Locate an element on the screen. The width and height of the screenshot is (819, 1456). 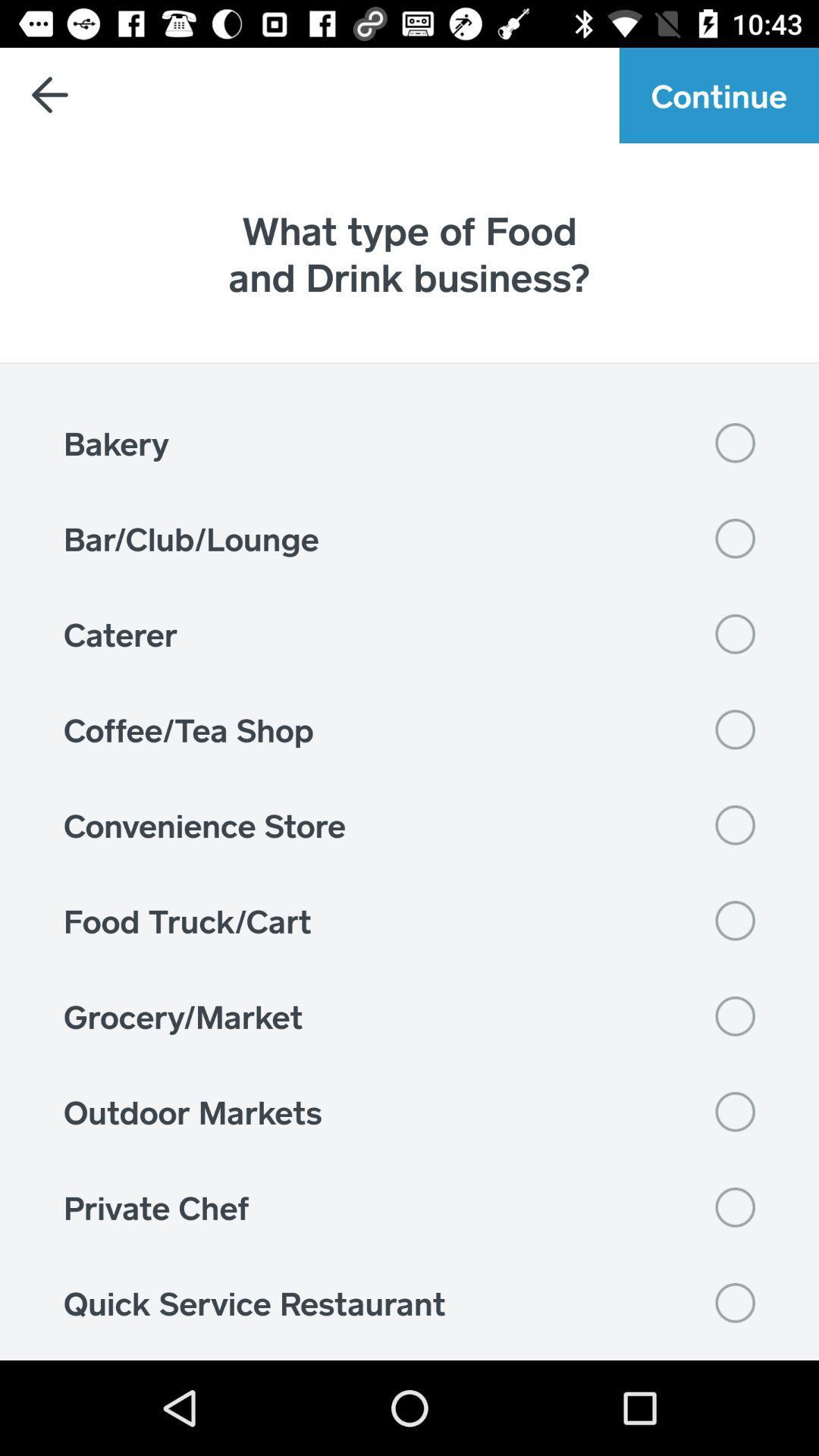
food truck/cart is located at coordinates (409, 920).